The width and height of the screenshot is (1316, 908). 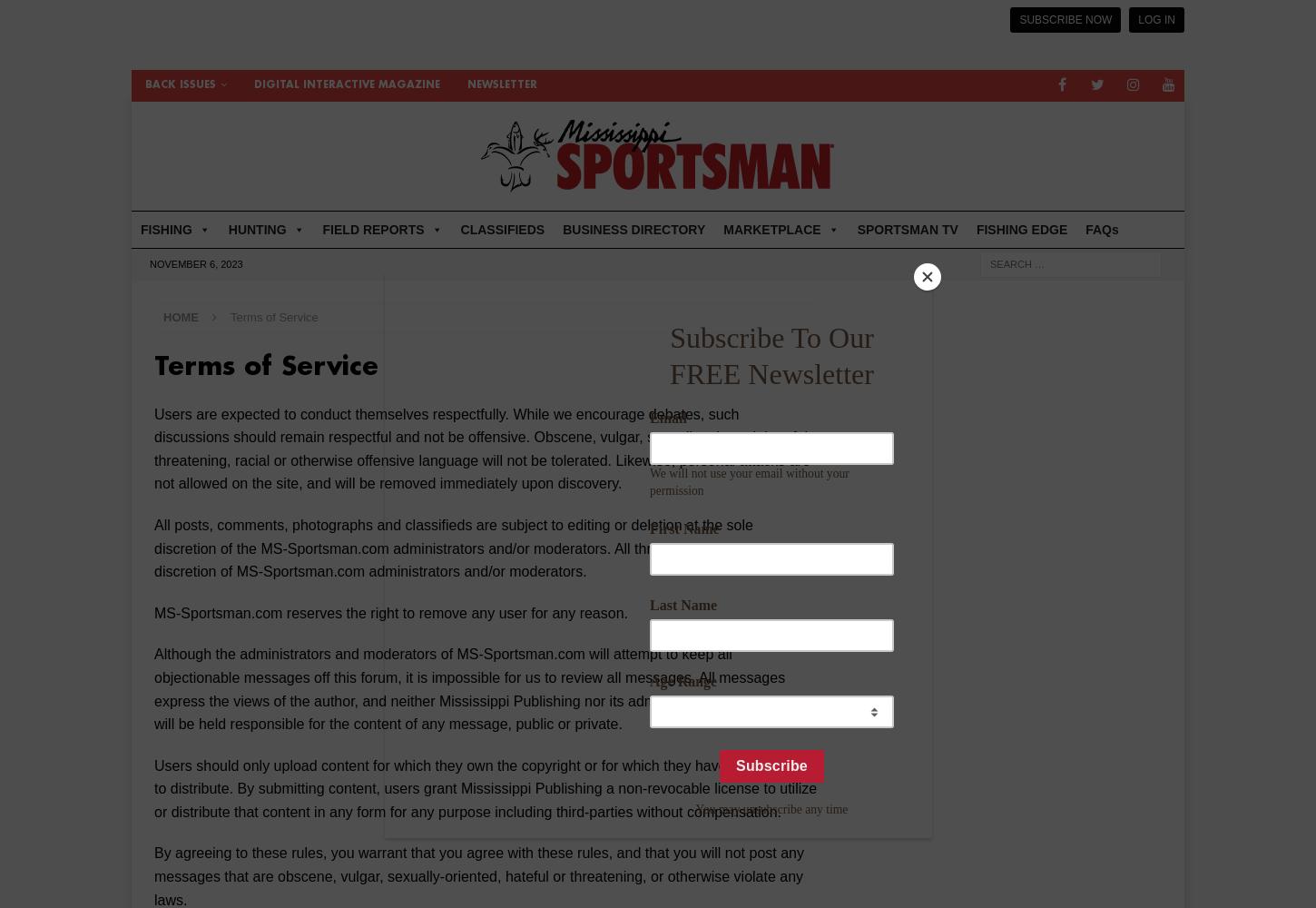 What do you see at coordinates (140, 230) in the screenshot?
I see `'FISHING'` at bounding box center [140, 230].